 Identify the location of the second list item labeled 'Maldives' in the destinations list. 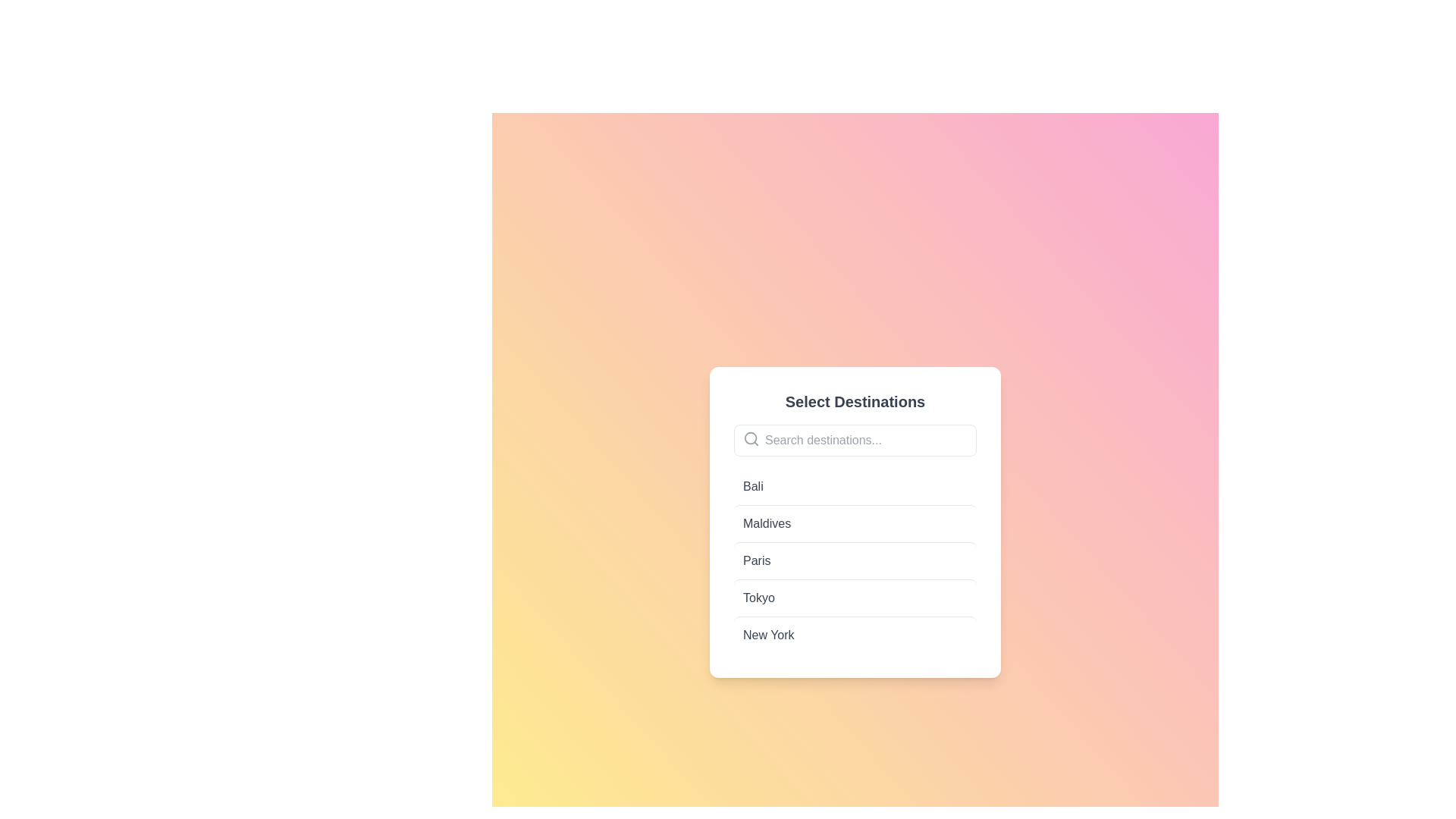
(855, 522).